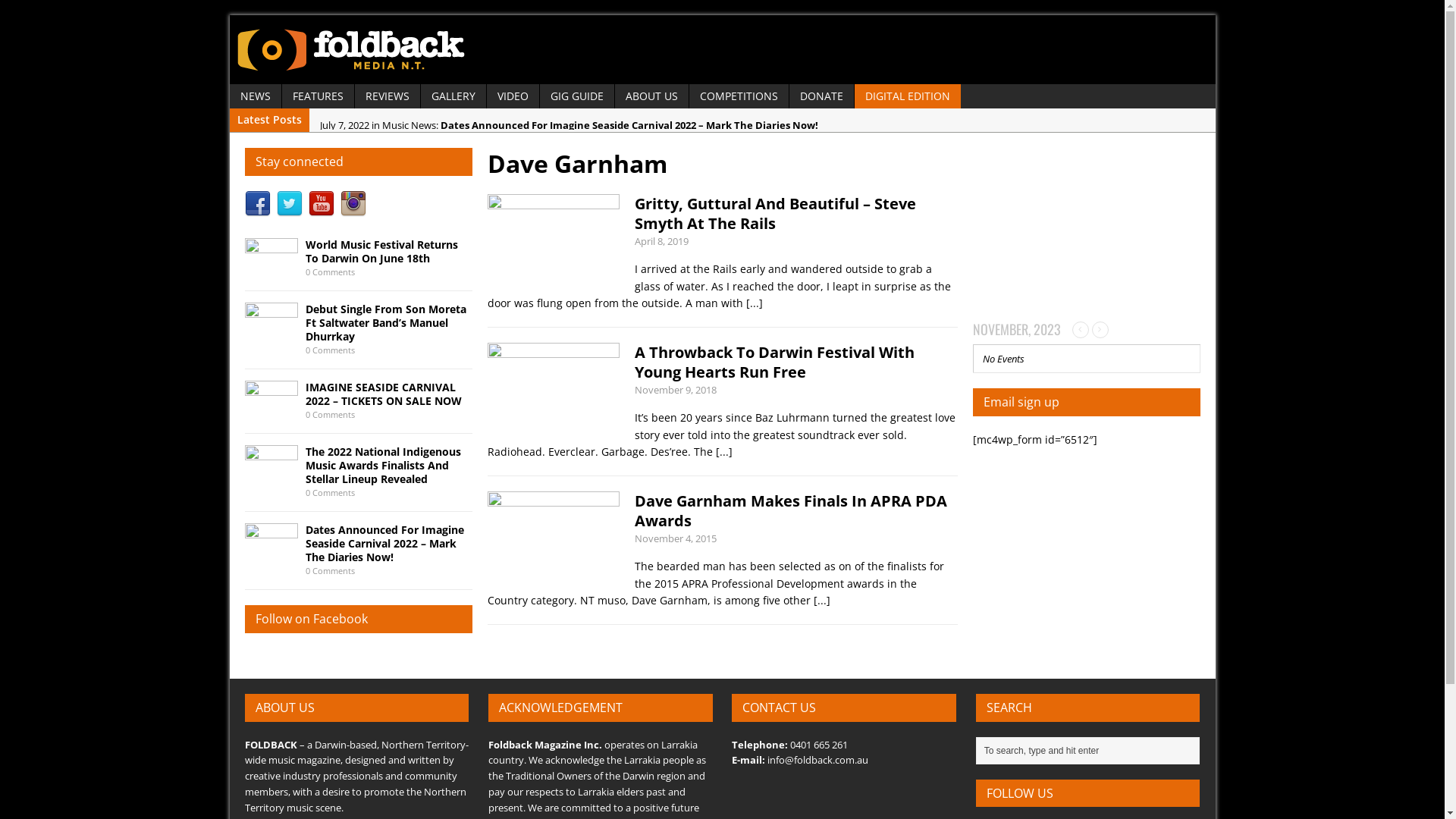  Describe the element at coordinates (576, 96) in the screenshot. I see `'GIG GUIDE'` at that location.